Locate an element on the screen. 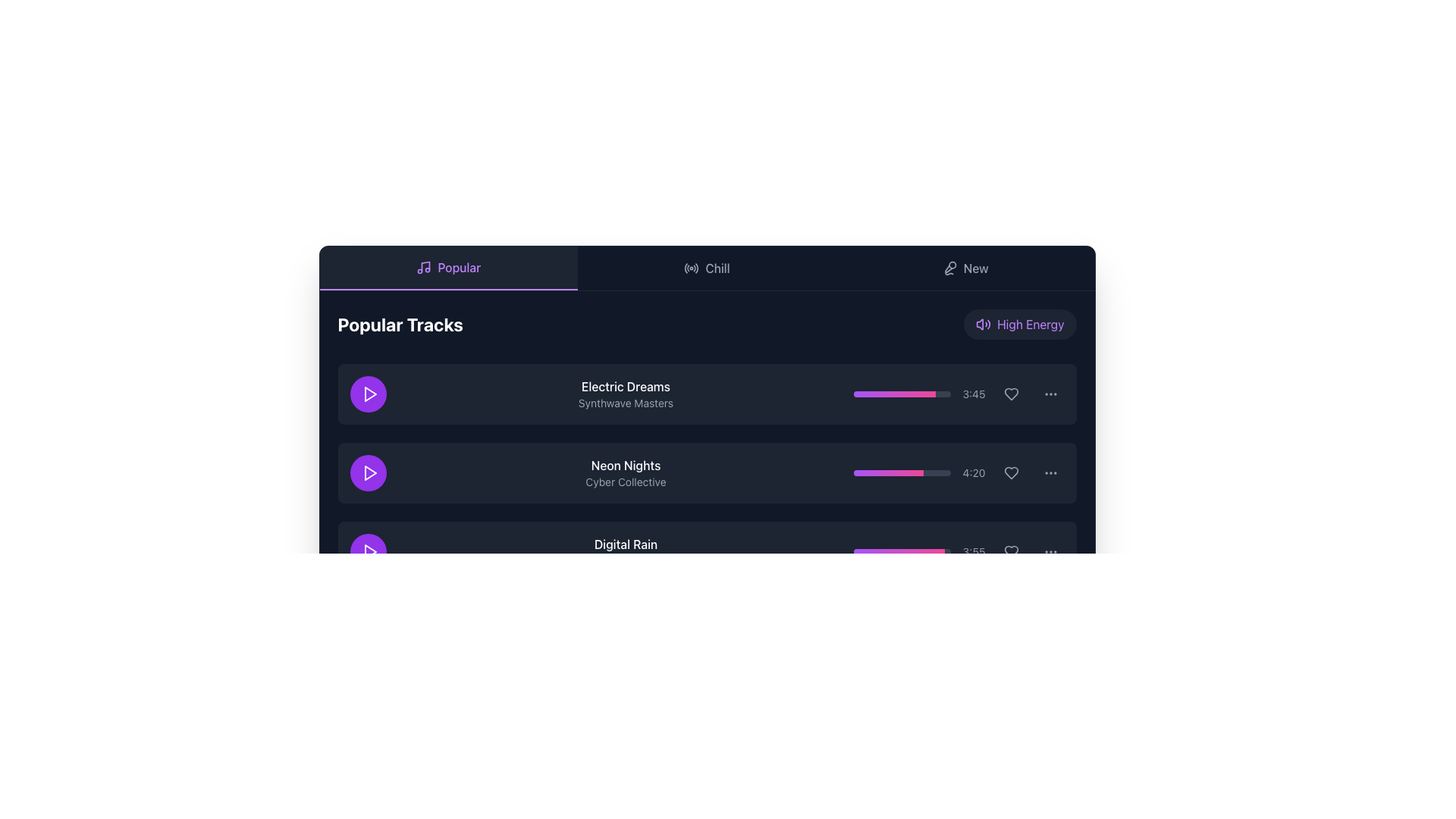 This screenshot has height=819, width=1456. the circular signal icon located in the header section of the interface, positioned between the 'Popular' button and the 'New' button is located at coordinates (691, 268).